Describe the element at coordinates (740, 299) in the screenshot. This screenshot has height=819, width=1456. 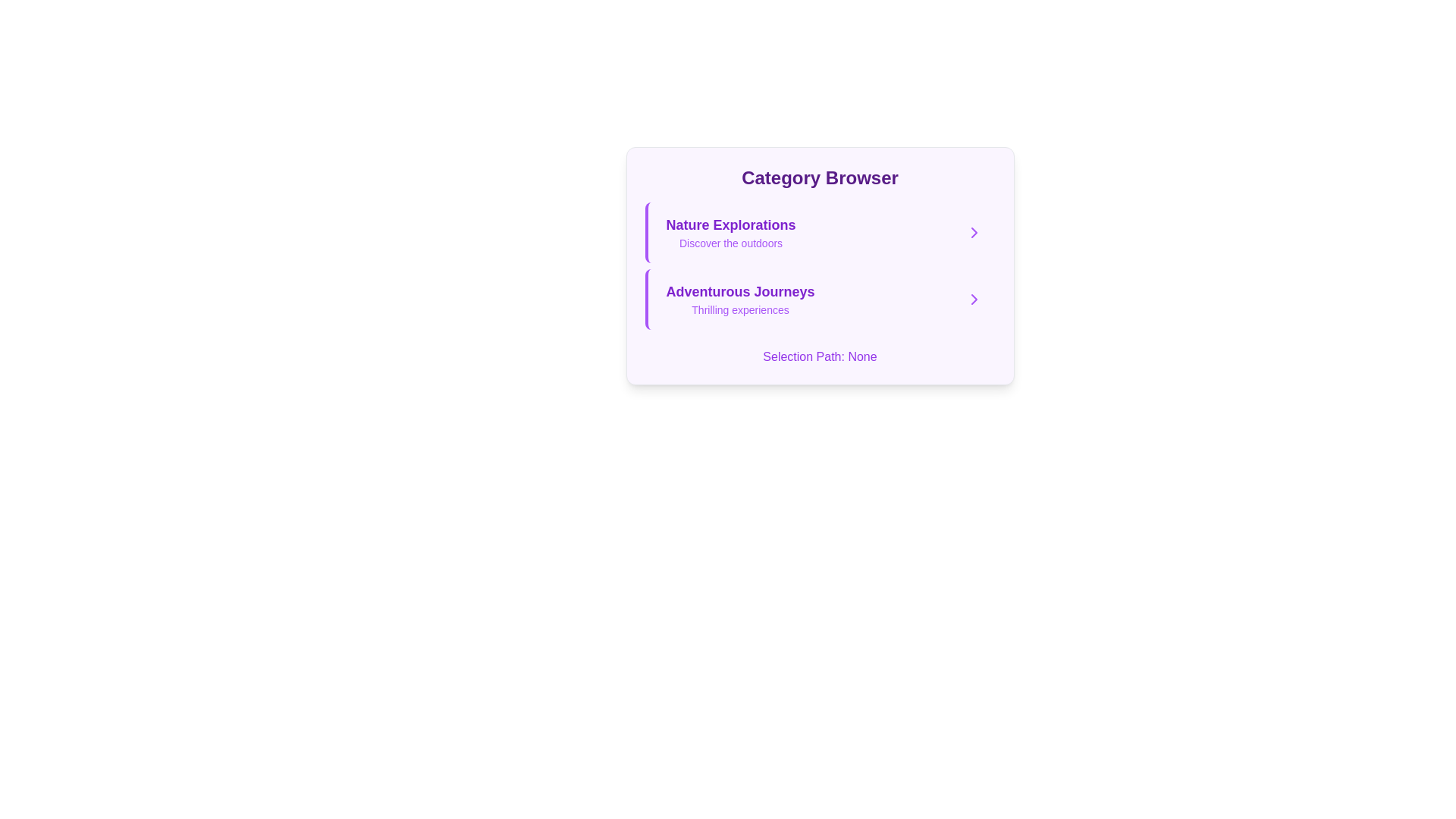
I see `the text label displaying 'Adventurous Journeys' and 'Thrilling experiences', which is the second entry in the 'Category Browser' section` at that location.